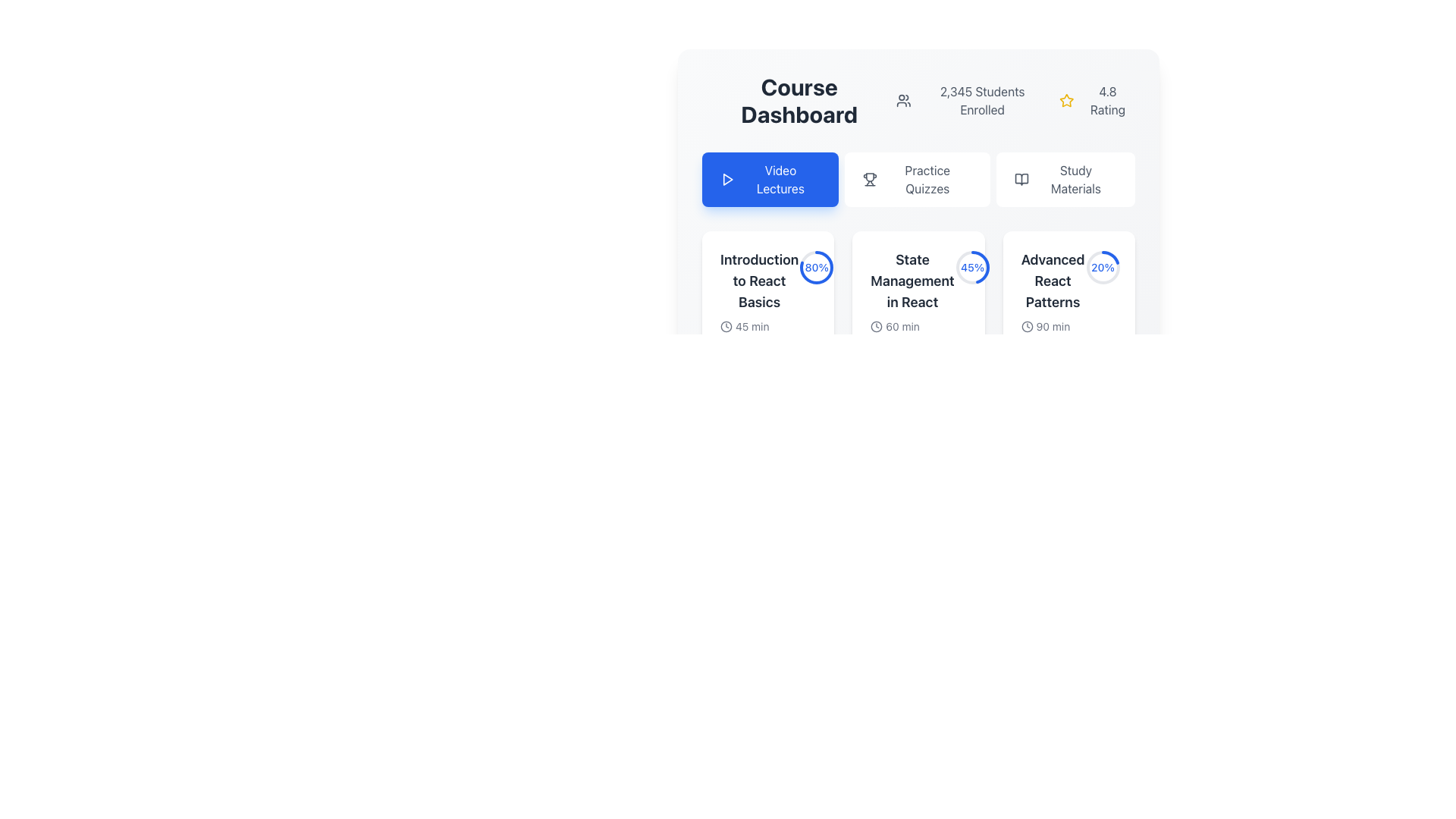 The width and height of the screenshot is (1456, 819). What do you see at coordinates (904, 100) in the screenshot?
I see `the user group icon located immediately to the left of the text '2,345 Students Enrolled' in the top-right section of the interface` at bounding box center [904, 100].